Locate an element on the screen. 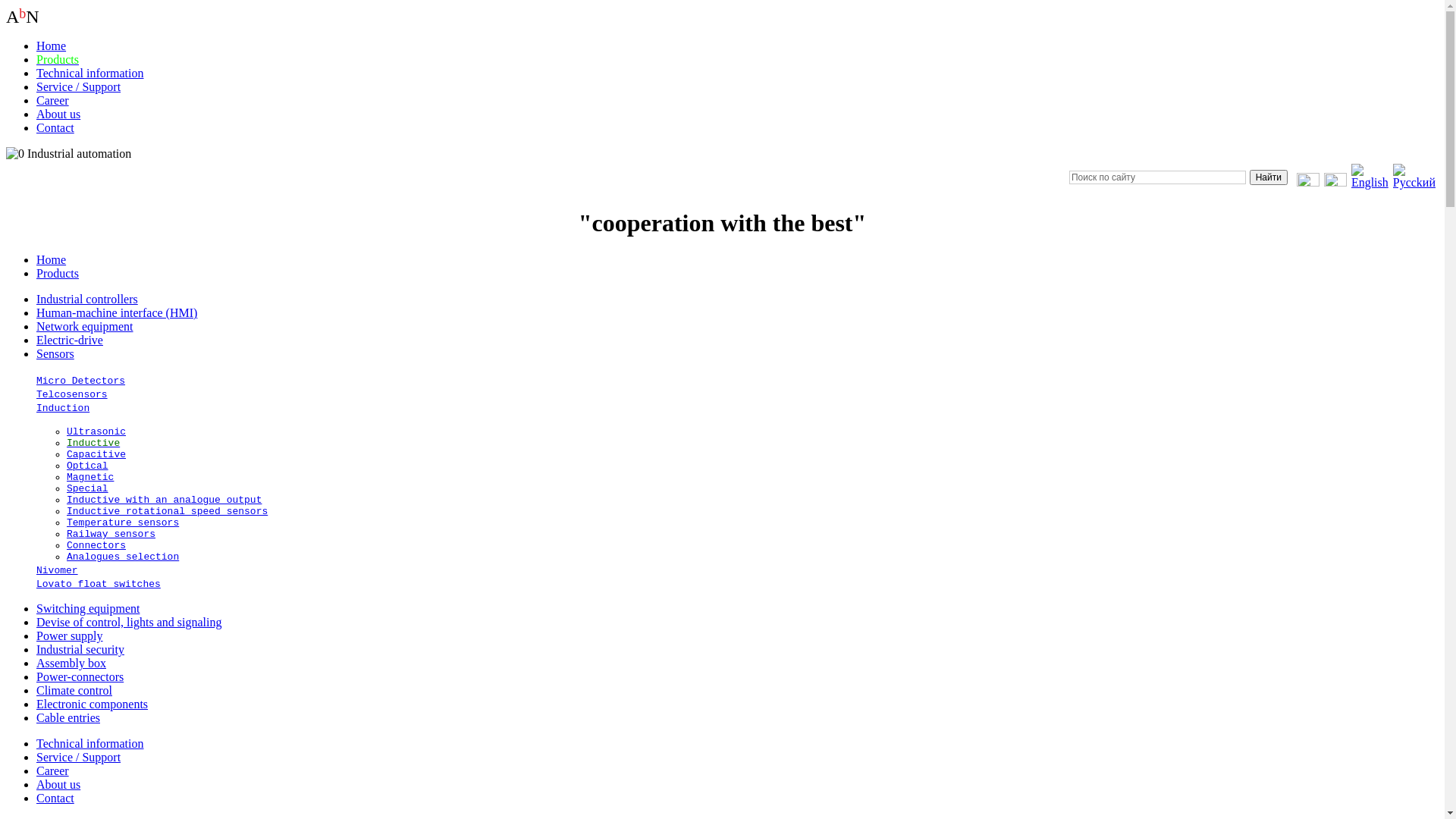 This screenshot has width=1456, height=819. 'Career' is located at coordinates (52, 100).